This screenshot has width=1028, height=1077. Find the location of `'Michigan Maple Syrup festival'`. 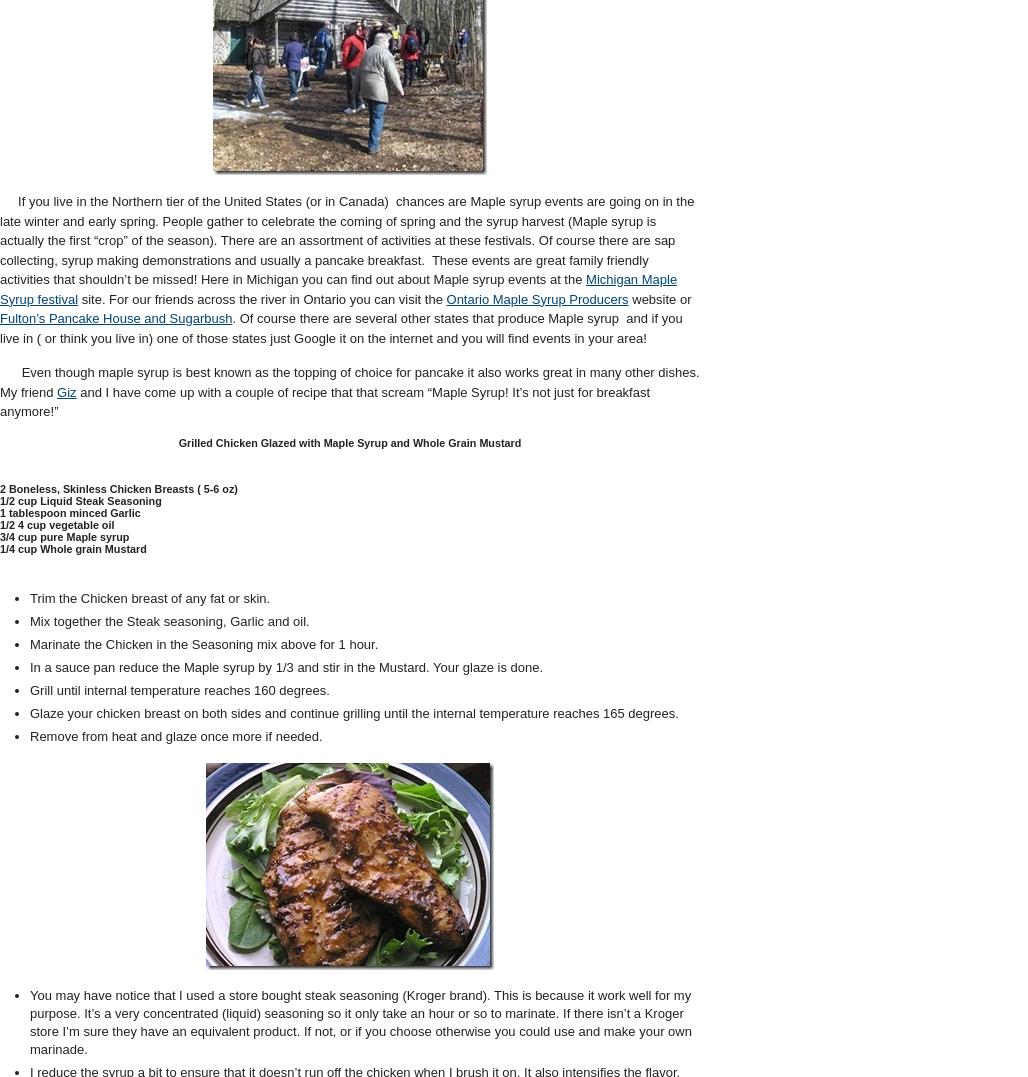

'Michigan Maple Syrup festival' is located at coordinates (337, 287).